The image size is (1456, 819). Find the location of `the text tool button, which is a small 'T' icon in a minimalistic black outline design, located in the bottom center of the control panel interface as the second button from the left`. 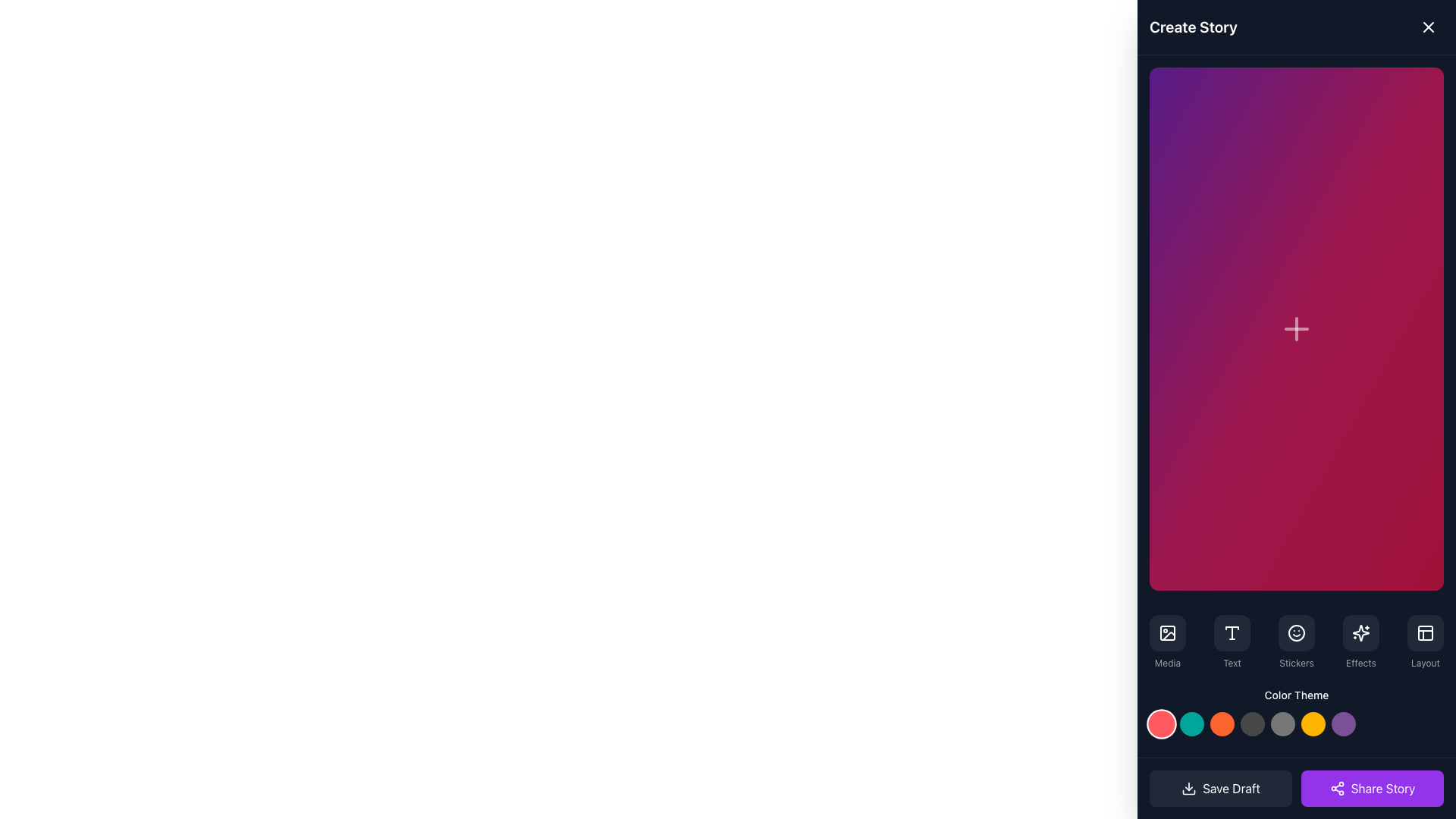

the text tool button, which is a small 'T' icon in a minimalistic black outline design, located in the bottom center of the control panel interface as the second button from the left is located at coordinates (1232, 632).